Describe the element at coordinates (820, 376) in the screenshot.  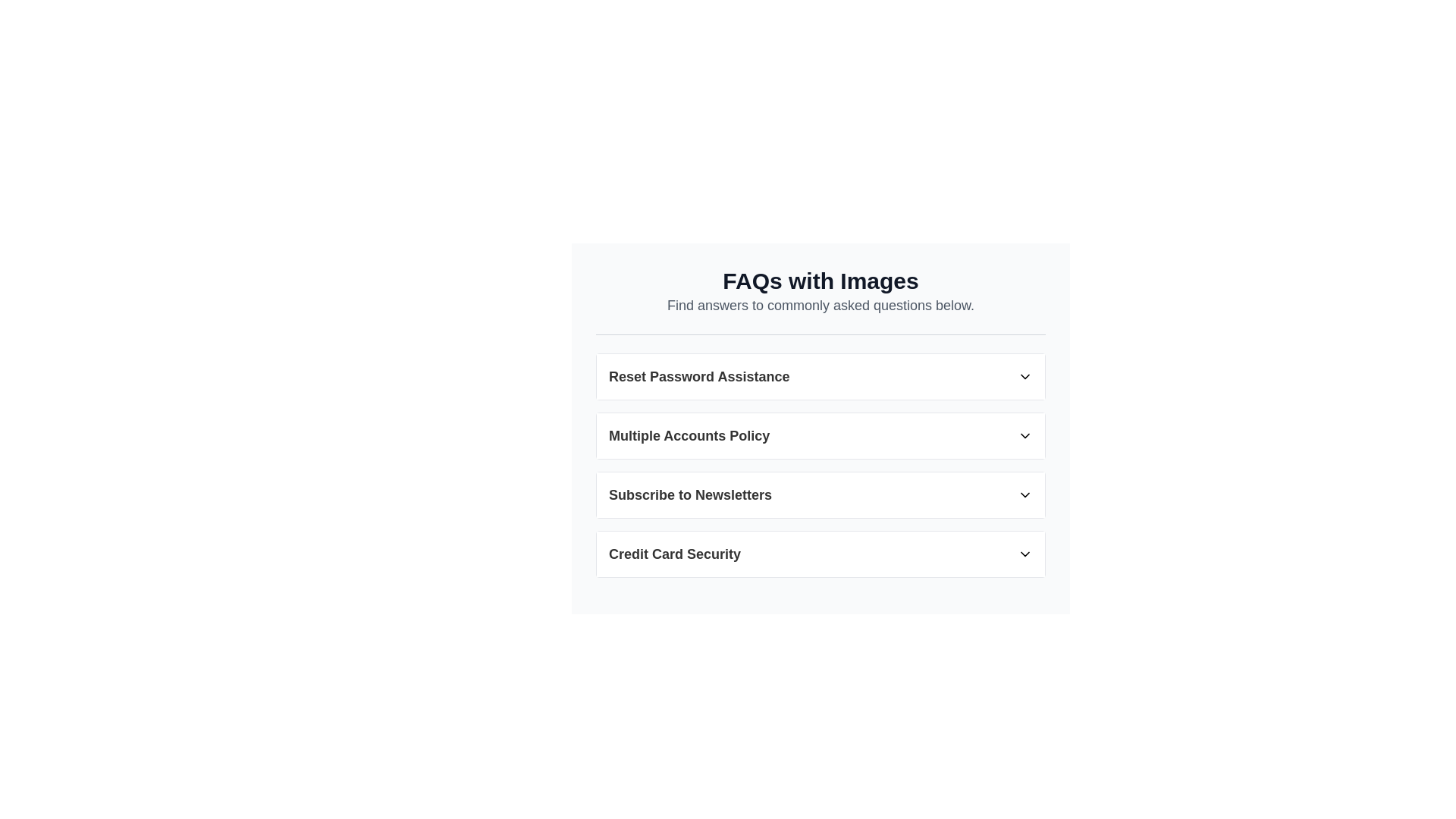
I see `the Dropdown toggle labeled 'Reset Password Assistance'` at that location.